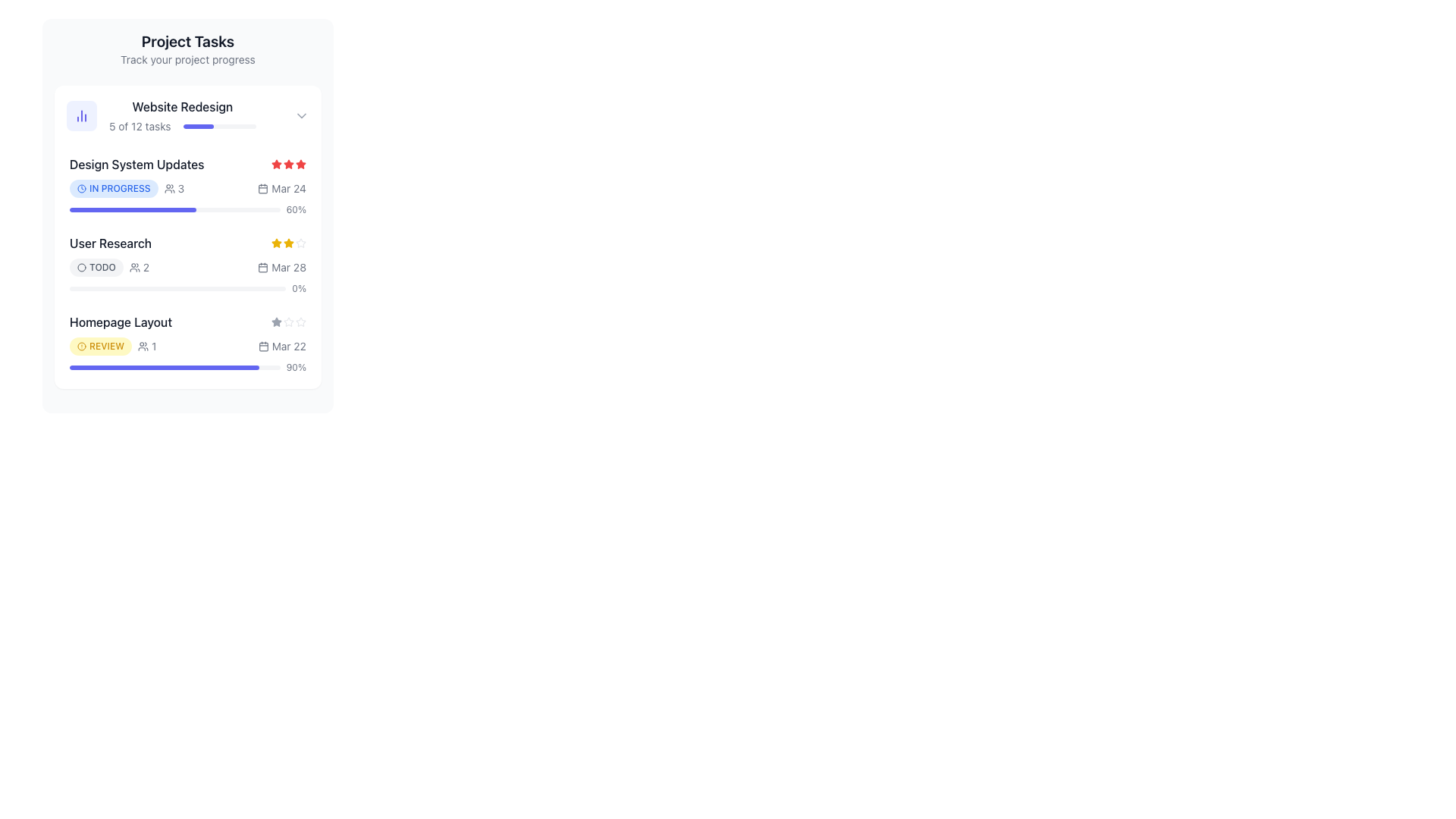 The height and width of the screenshot is (819, 1456). I want to click on the small, yellow, star-shaped icon located in the 'User Research' section of the task list, so click(288, 242).